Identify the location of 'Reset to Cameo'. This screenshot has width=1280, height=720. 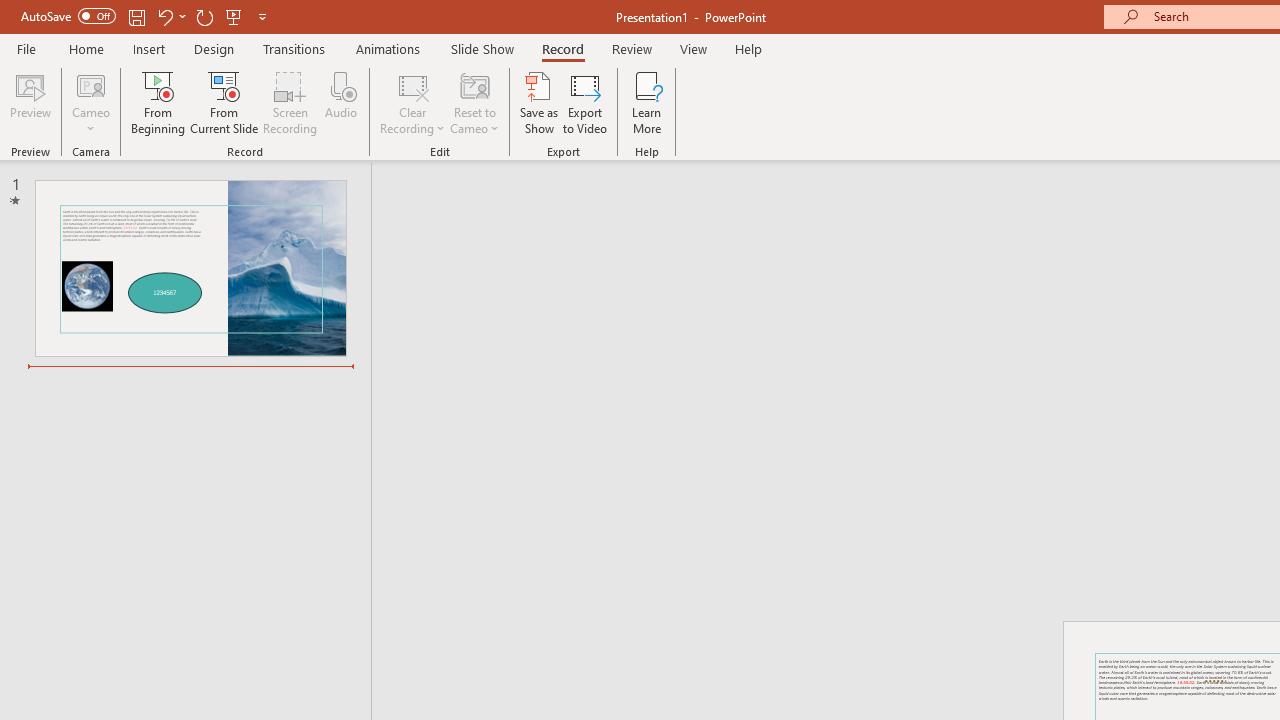
(473, 103).